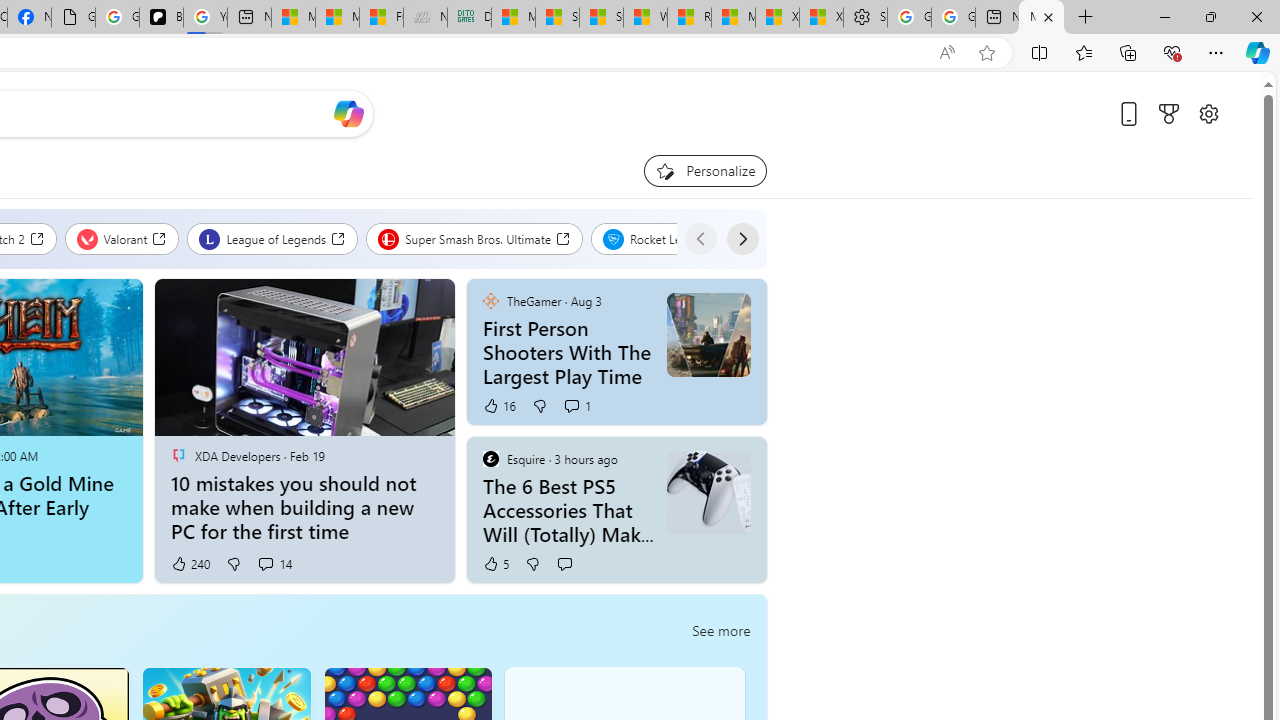  What do you see at coordinates (490, 300) in the screenshot?
I see `'TheGamer'` at bounding box center [490, 300].